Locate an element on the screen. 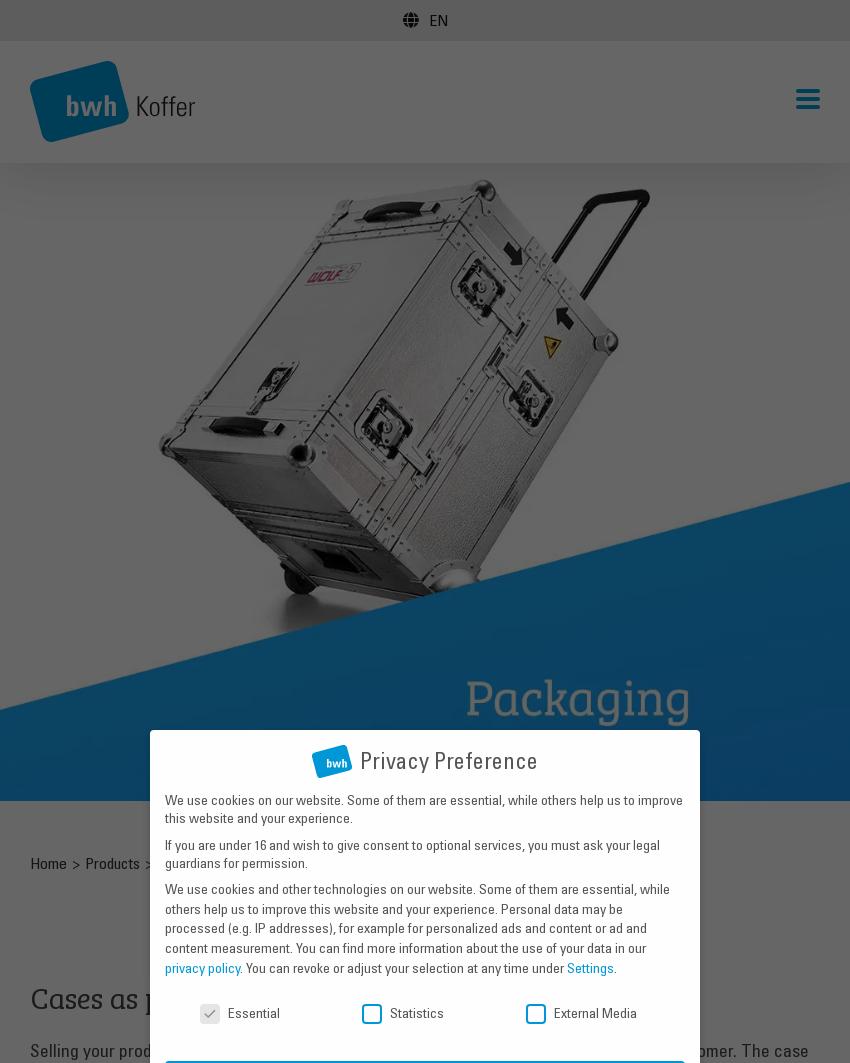 This screenshot has height=1063, width=850. 'Sie benötigen eine individuelle Kofferlösung für Ihre speziellen Anforderungen?  bwh Spezialkoffer bieten dank innovativer Ausstattungsvarianten die perfekte Lösung für Sie.' is located at coordinates (316, 157).